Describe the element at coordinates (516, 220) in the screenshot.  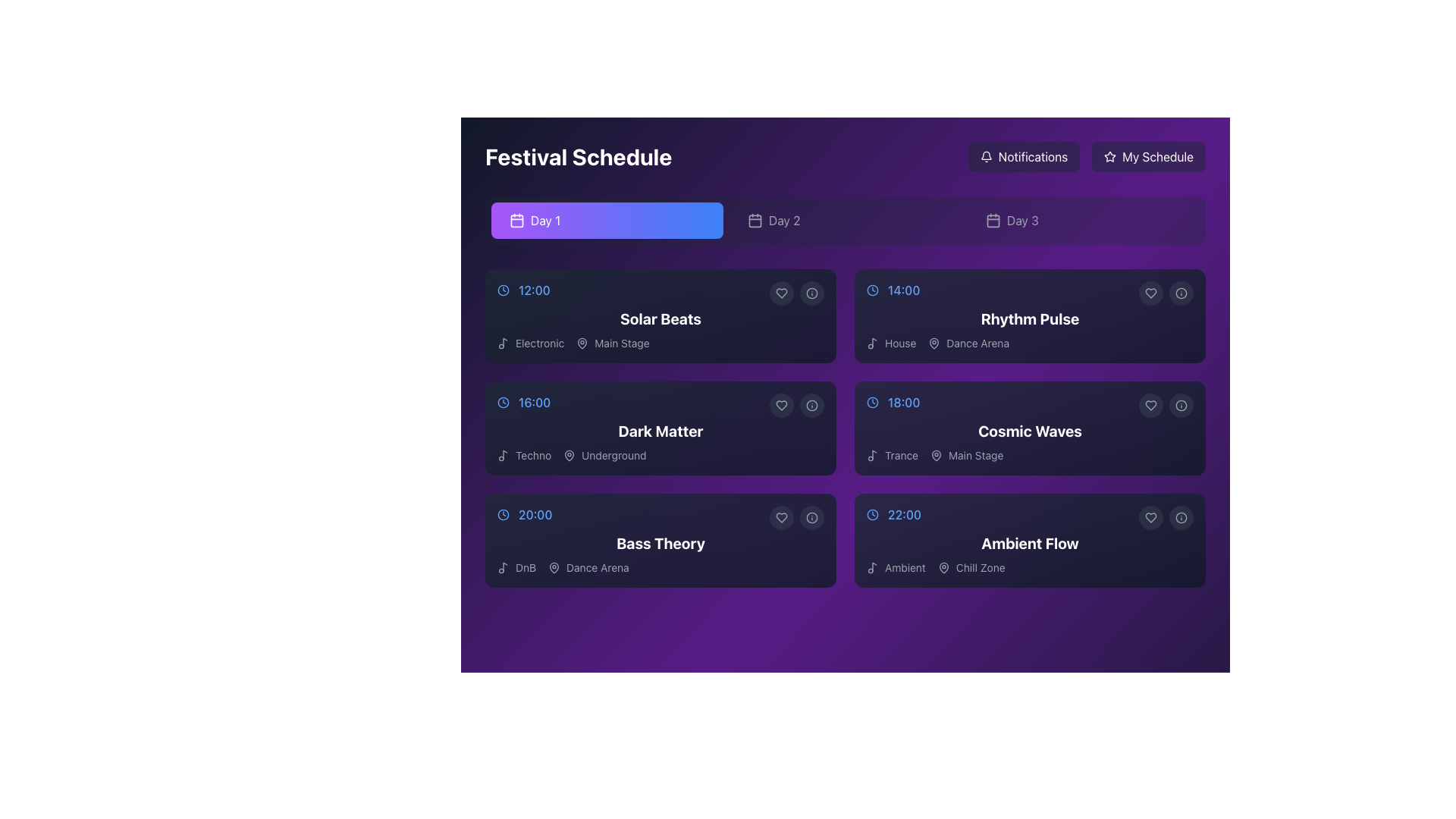
I see `the calendar icon located inside the purple gradient 'Day 1' button, positioned to the left of the text 'Day 1'` at that location.